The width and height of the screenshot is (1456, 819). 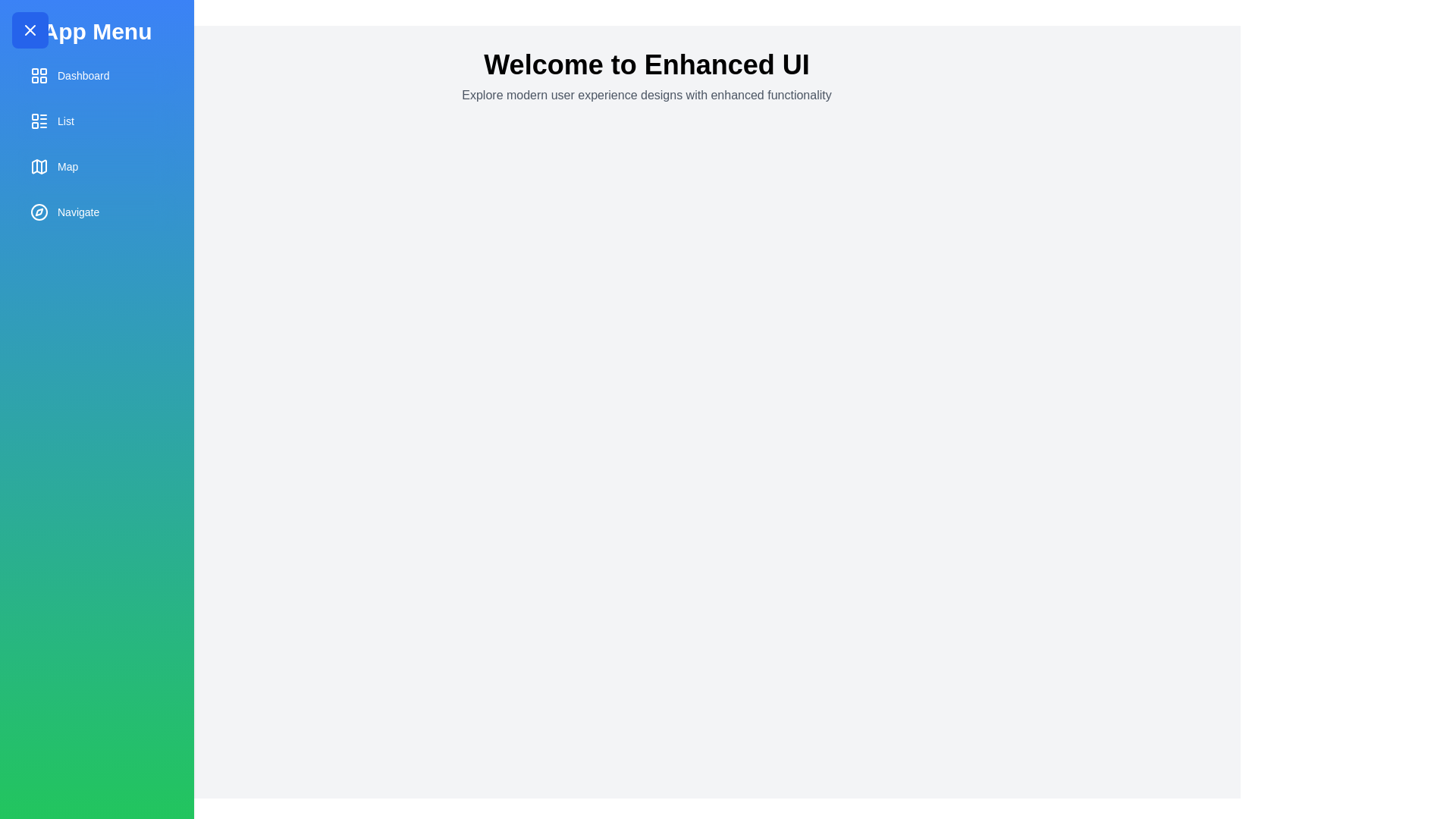 I want to click on the menu item labeled Map, so click(x=96, y=166).